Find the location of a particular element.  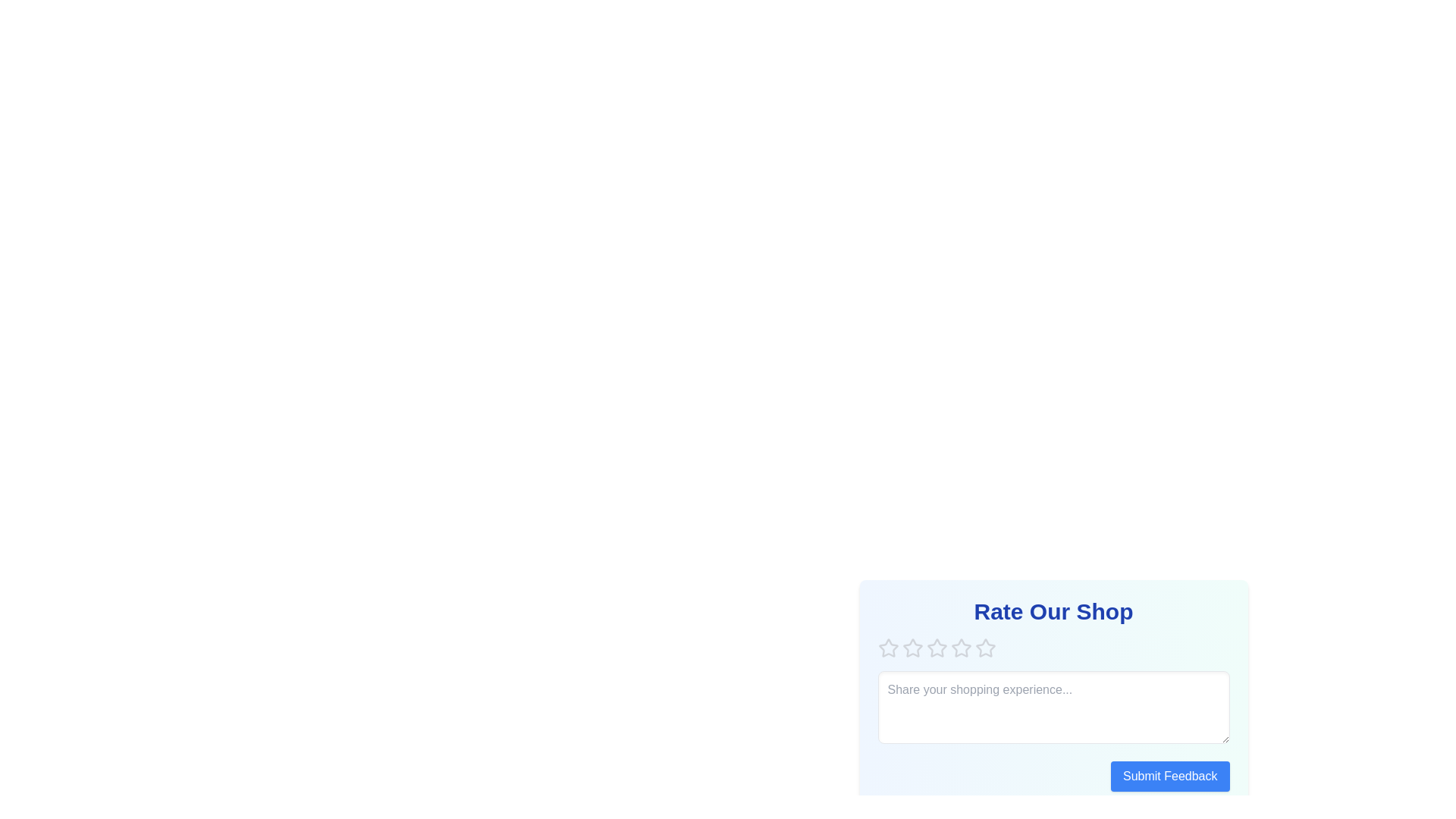

the star corresponding to 2 to preview the rating is located at coordinates (912, 648).